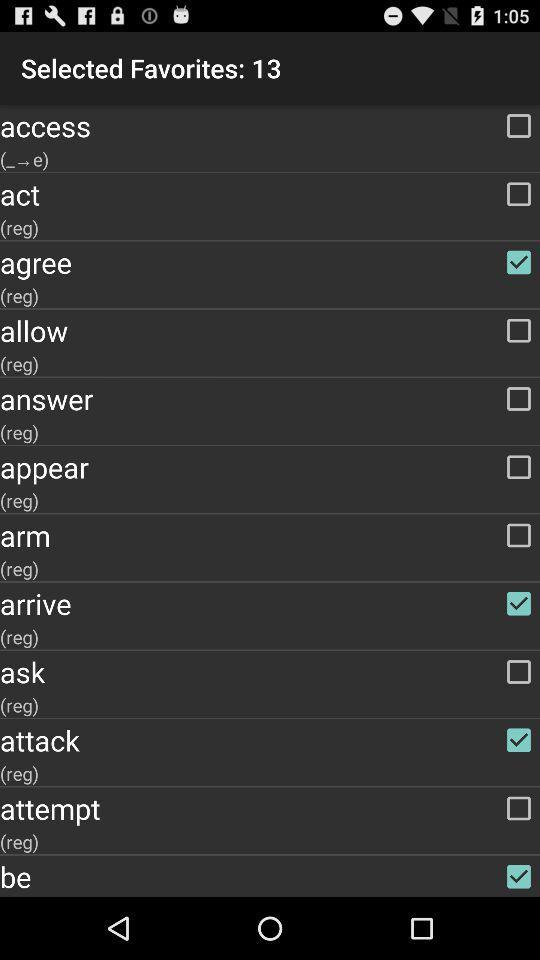  Describe the element at coordinates (270, 875) in the screenshot. I see `be` at that location.